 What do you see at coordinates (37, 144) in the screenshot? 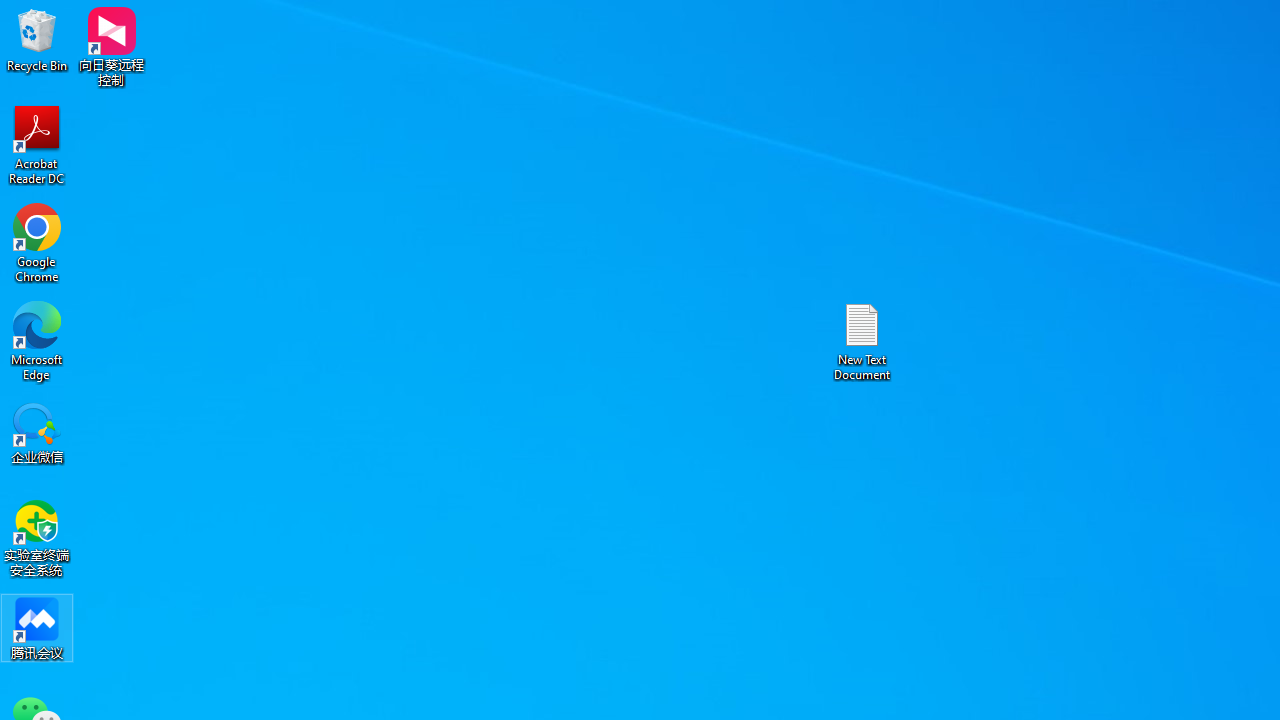
I see `'Acrobat Reader DC'` at bounding box center [37, 144].